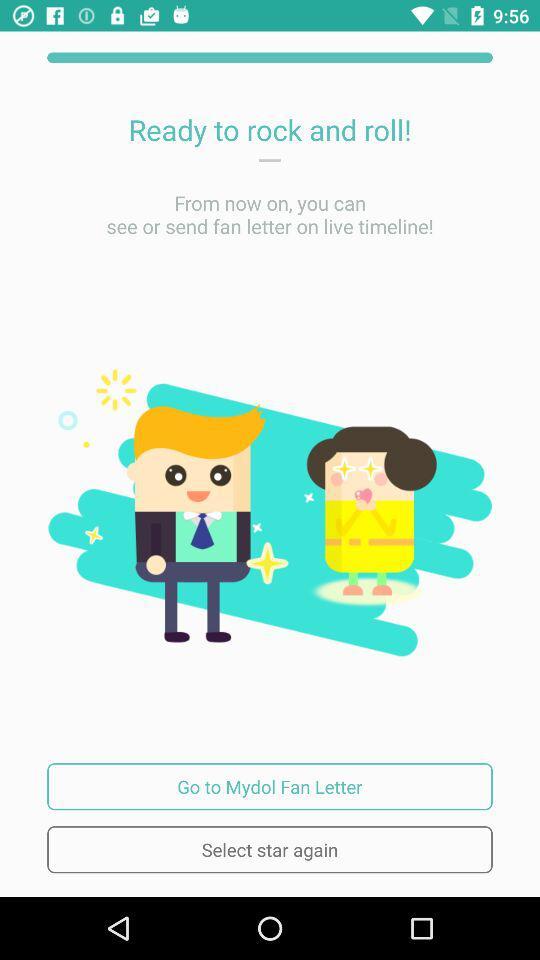  Describe the element at coordinates (270, 786) in the screenshot. I see `icon above the select star again item` at that location.